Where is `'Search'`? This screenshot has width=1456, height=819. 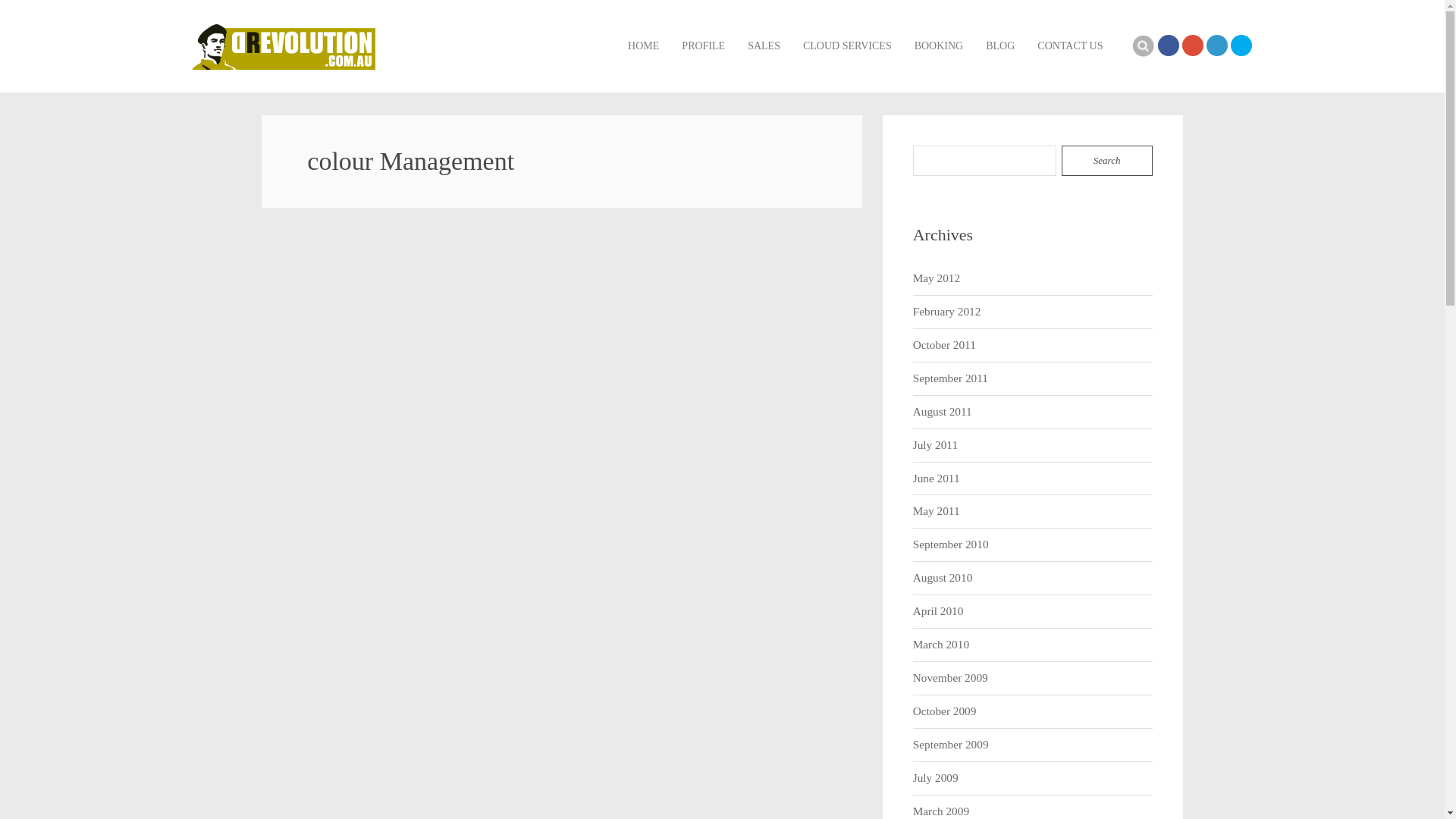 'Search' is located at coordinates (1106, 161).